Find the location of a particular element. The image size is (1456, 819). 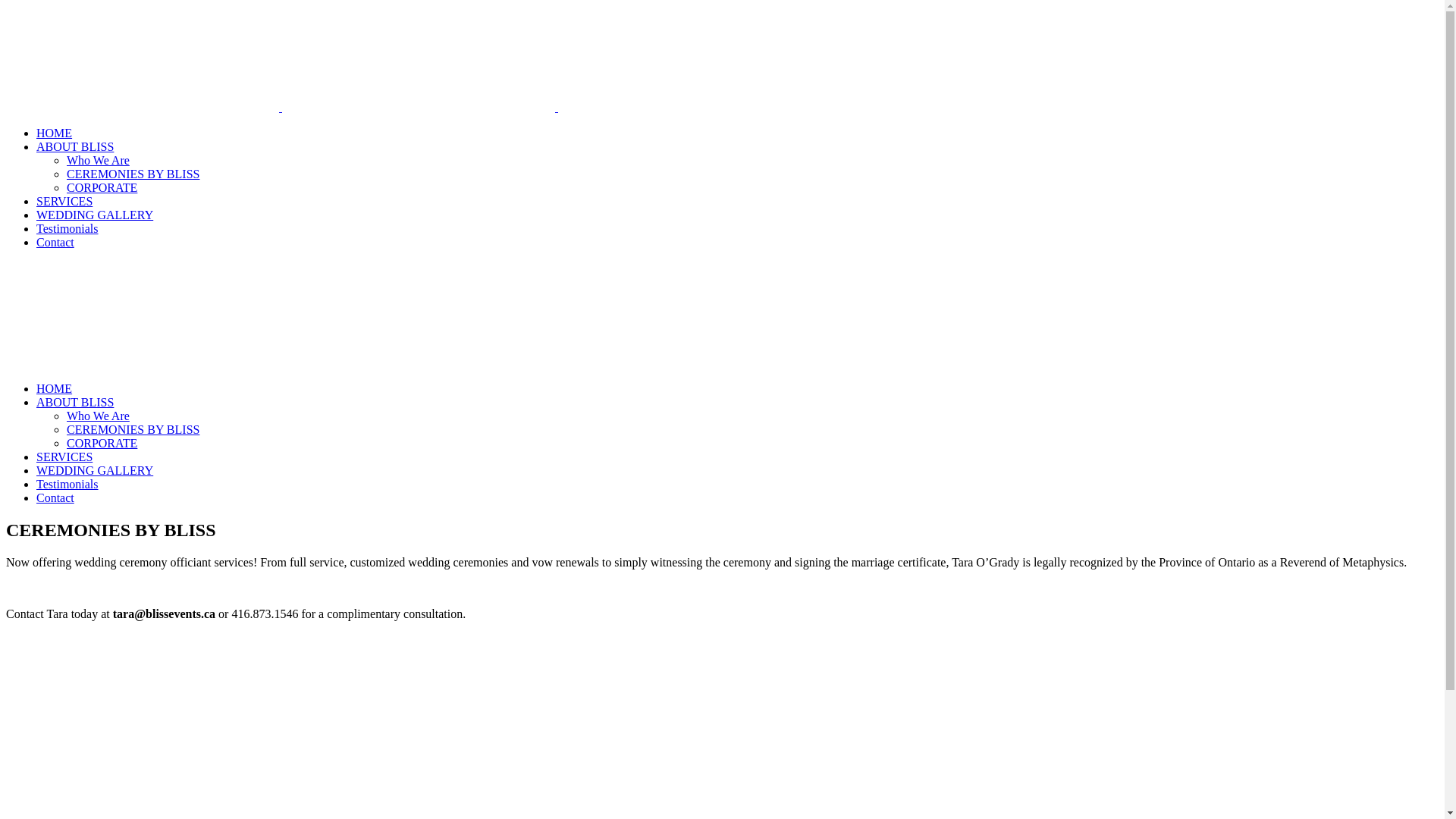

'CORPORATE' is located at coordinates (65, 187).